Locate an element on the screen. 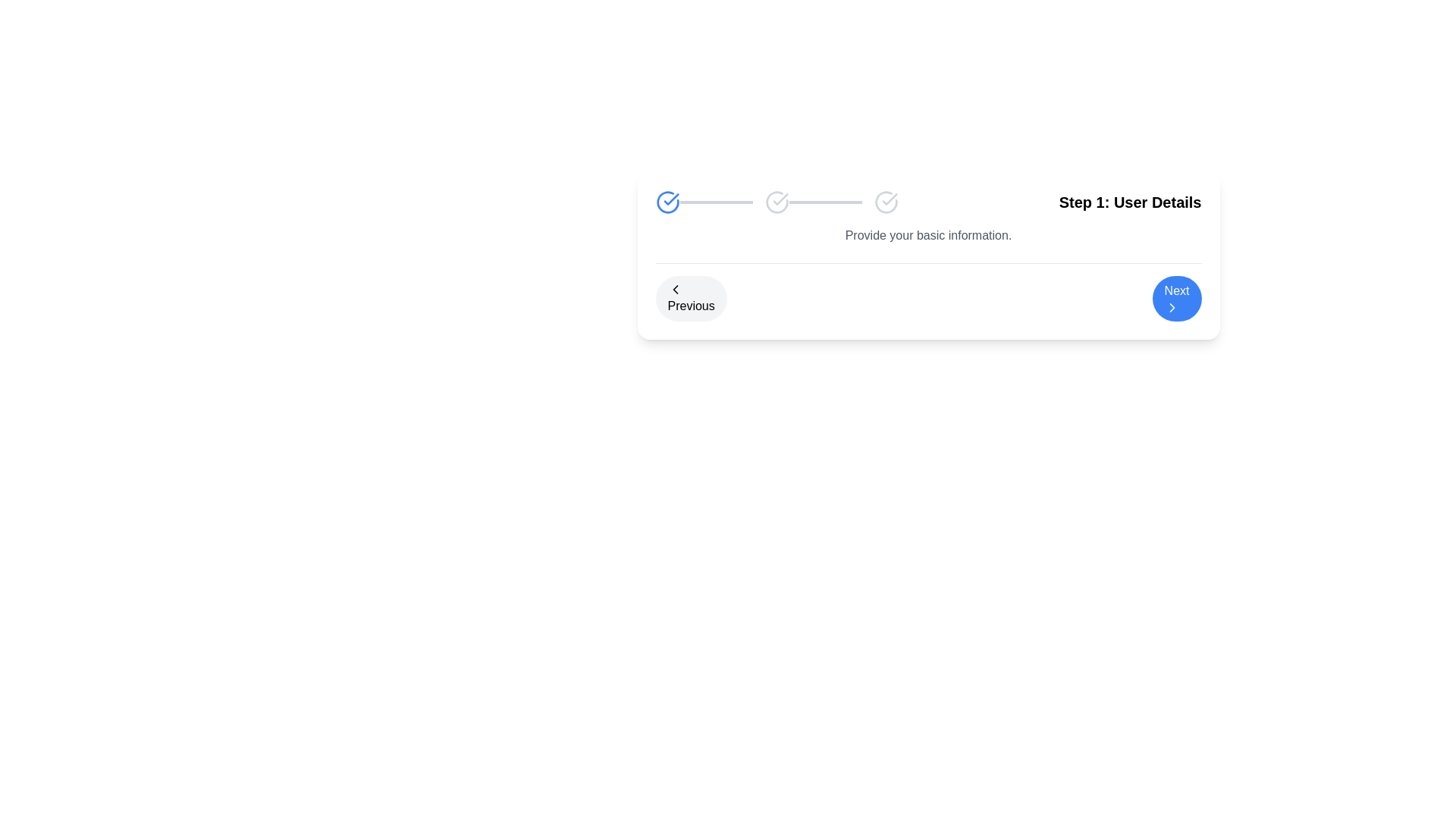 This screenshot has height=819, width=1456. the status of the checkmark icon embedded within a circular outline, which indicates the completion of the first step in the multi-step process is located at coordinates (890, 198).